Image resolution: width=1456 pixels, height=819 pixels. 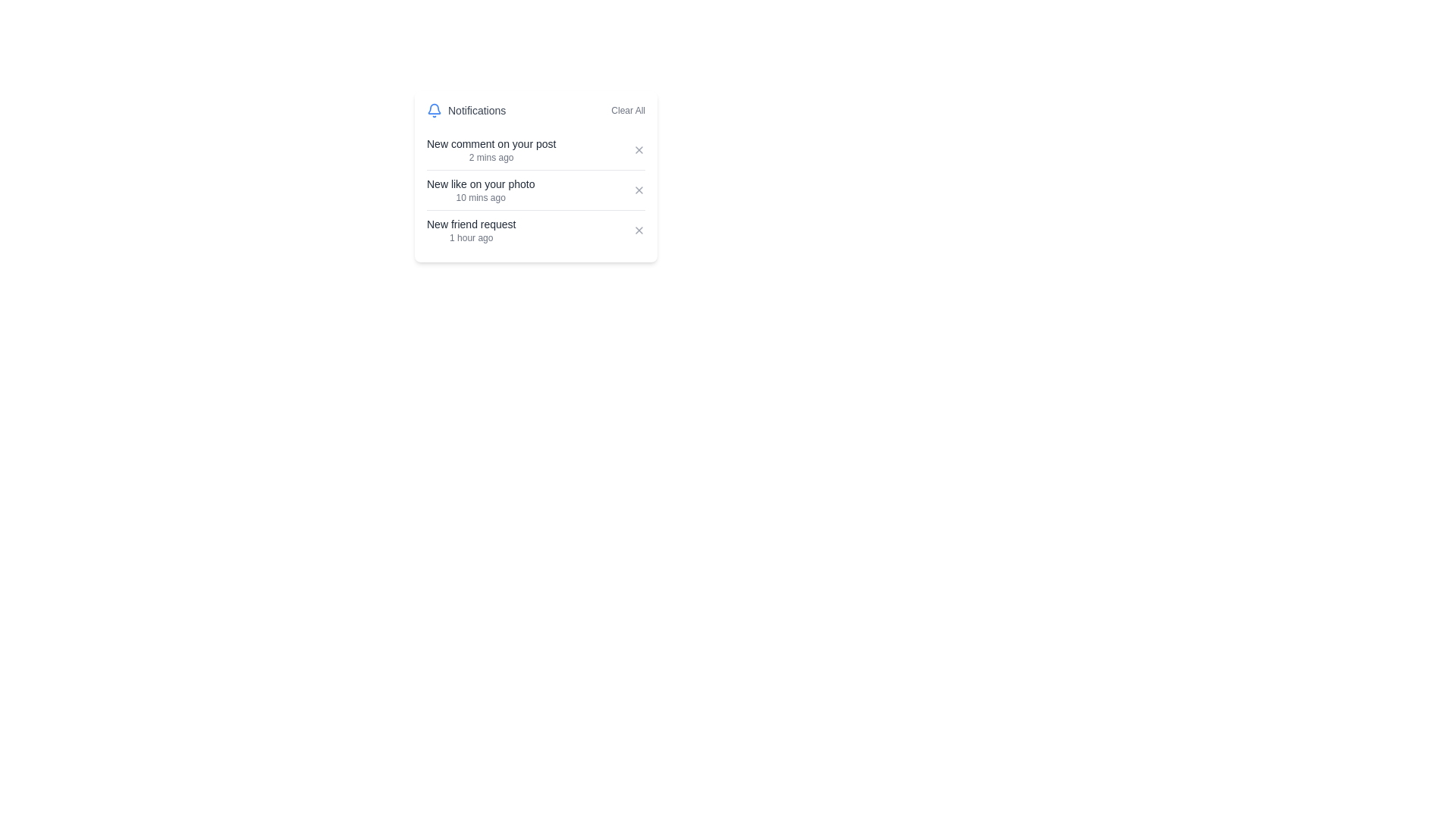 What do you see at coordinates (628, 110) in the screenshot?
I see `the 'Clear All' text label, which is styled in small gray typography and located in the top-right corner of the notification dropdown interface, to initiate clearing all notifications` at bounding box center [628, 110].